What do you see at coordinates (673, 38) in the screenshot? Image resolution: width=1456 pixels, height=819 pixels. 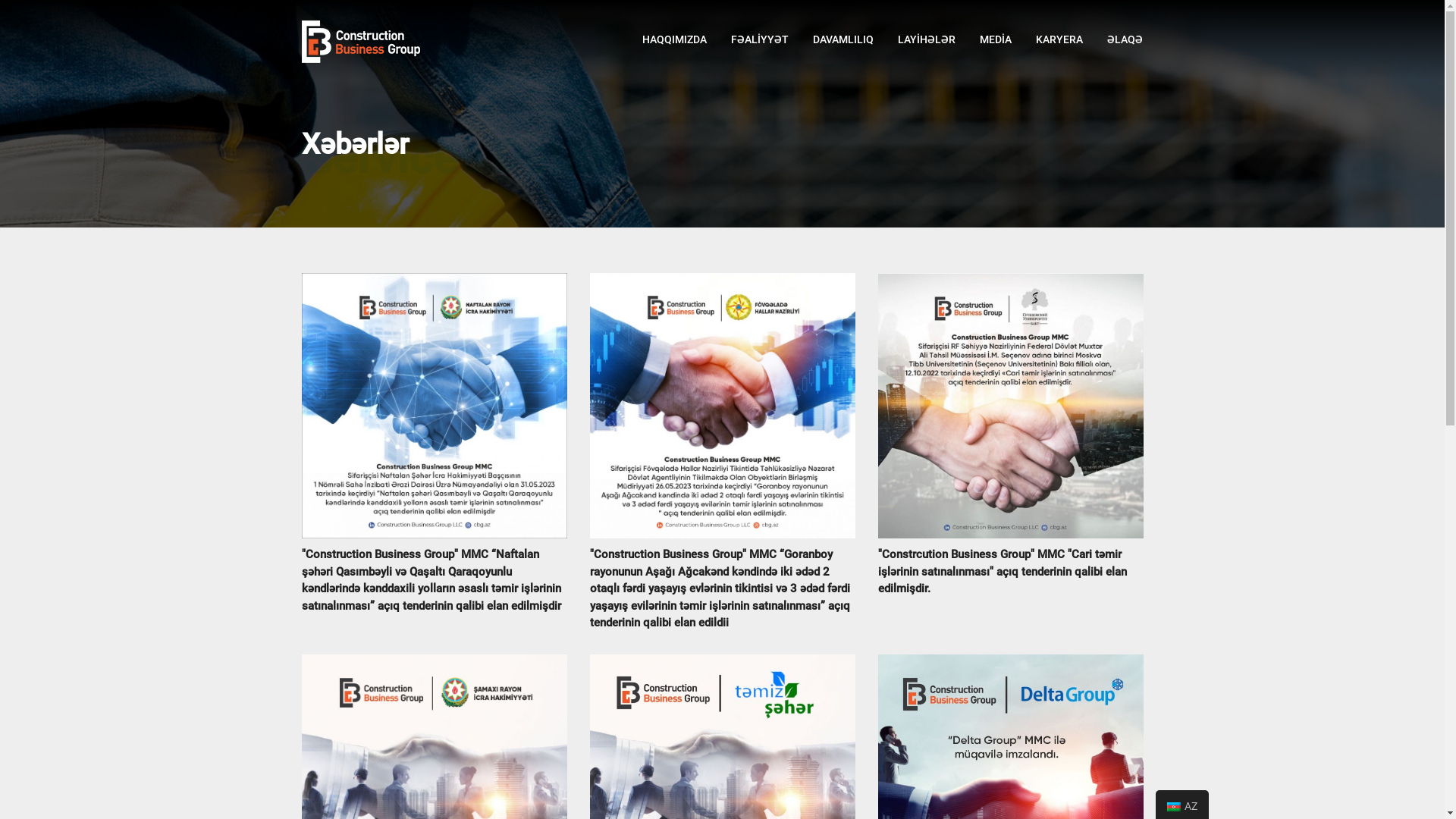 I see `'HAQQIMIZDA'` at bounding box center [673, 38].